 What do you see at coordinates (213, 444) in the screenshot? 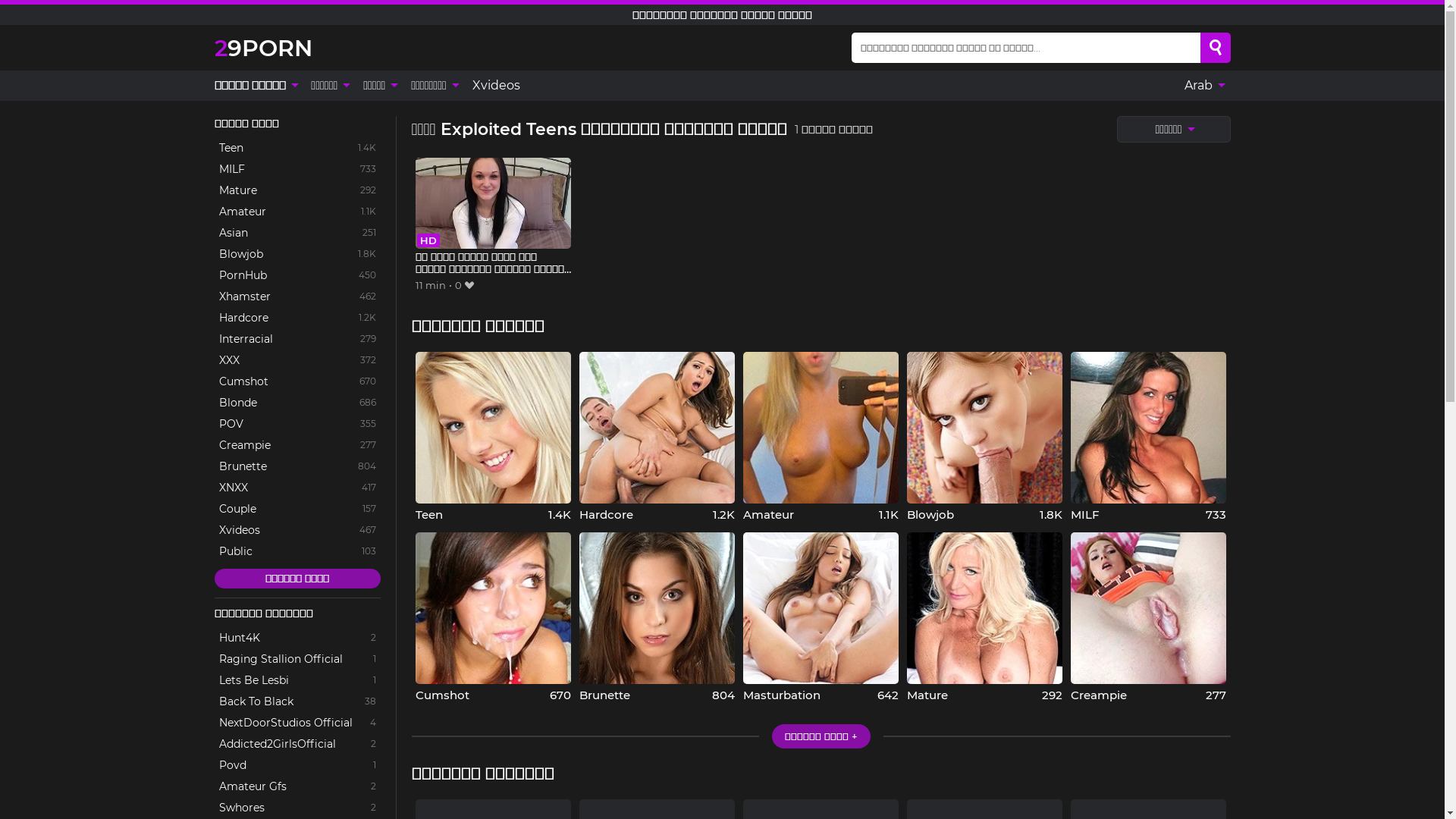
I see `'Creampie'` at bounding box center [213, 444].